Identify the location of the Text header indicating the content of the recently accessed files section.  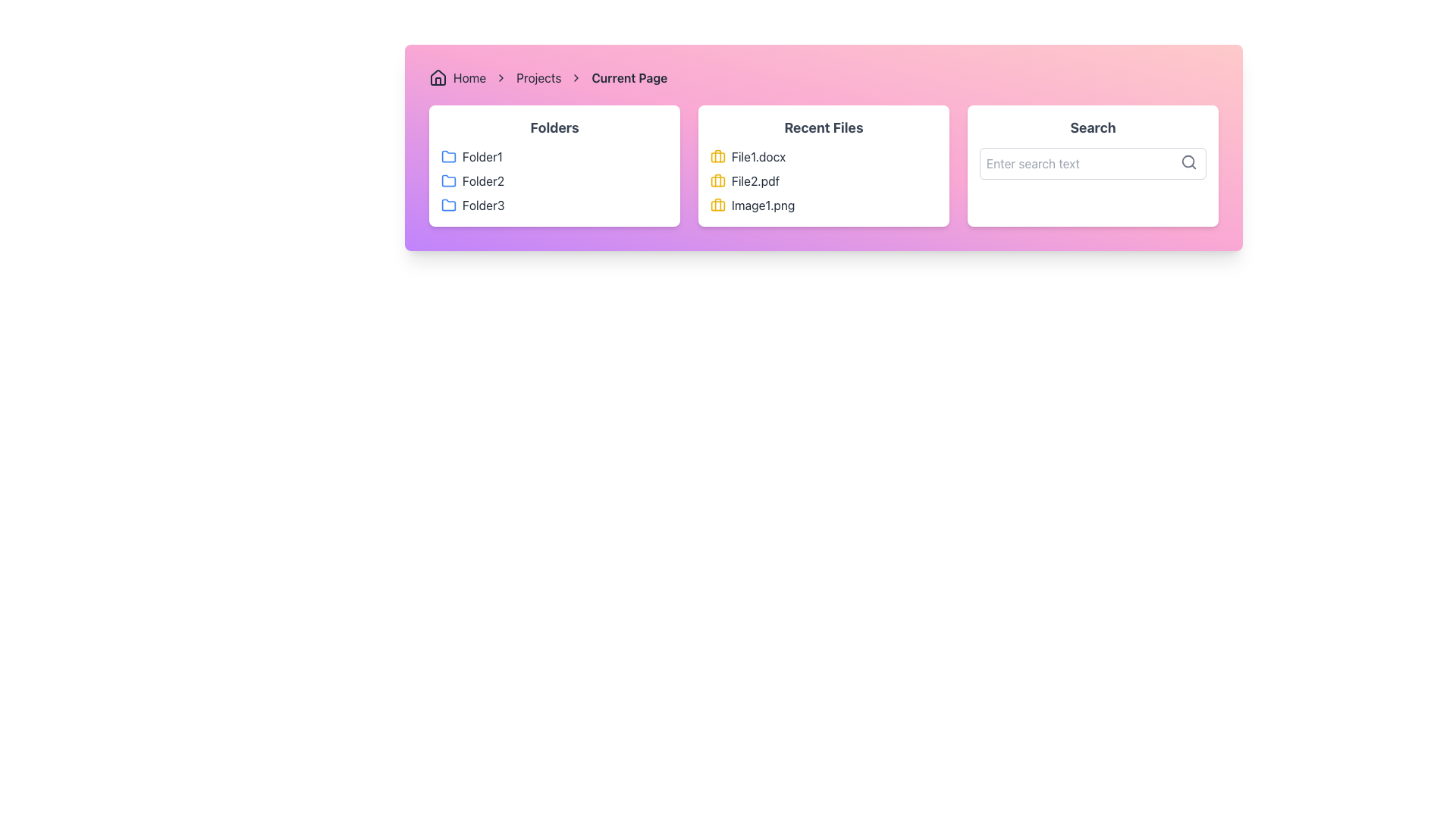
(823, 127).